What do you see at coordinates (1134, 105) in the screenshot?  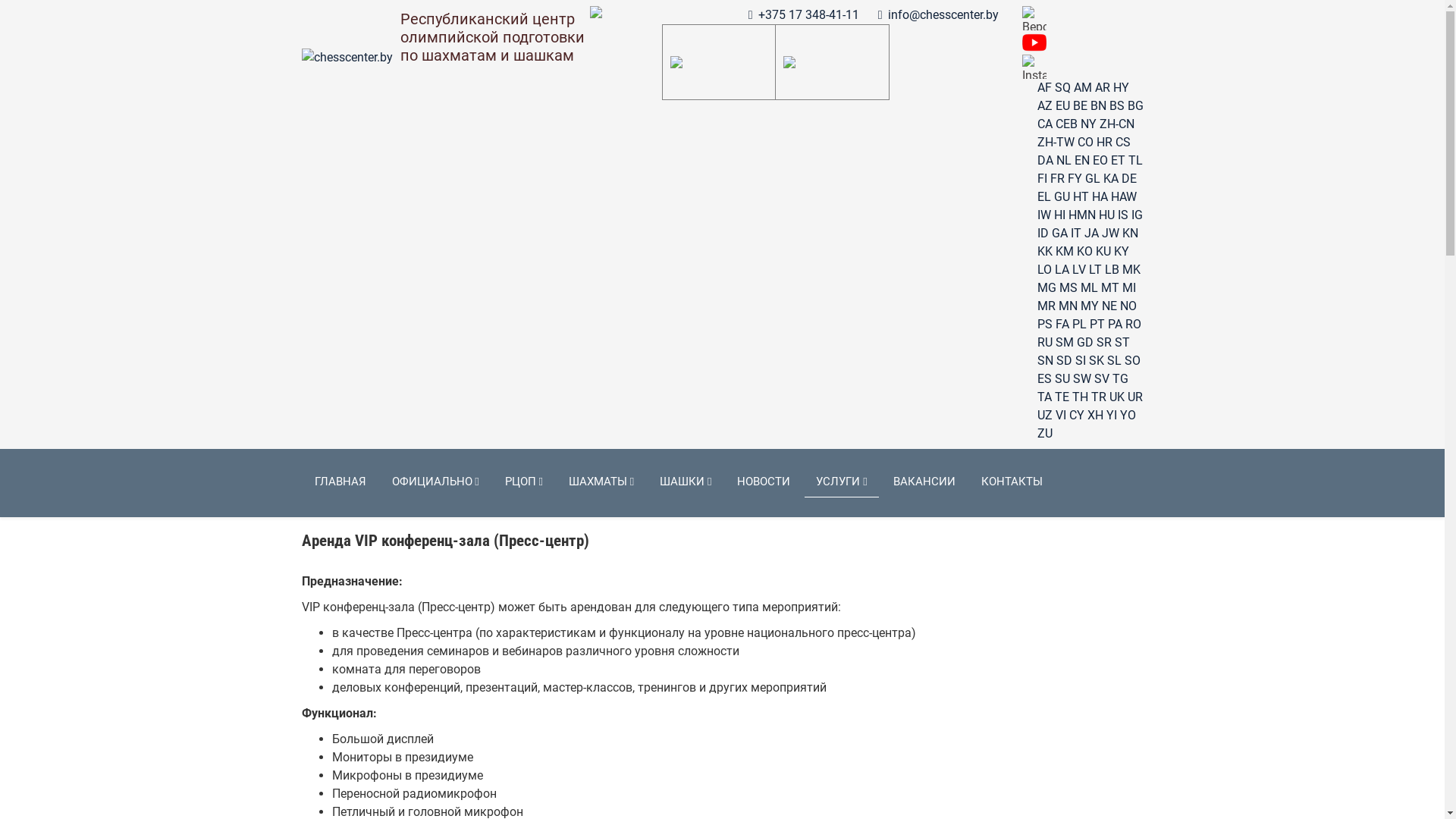 I see `'BG'` at bounding box center [1134, 105].